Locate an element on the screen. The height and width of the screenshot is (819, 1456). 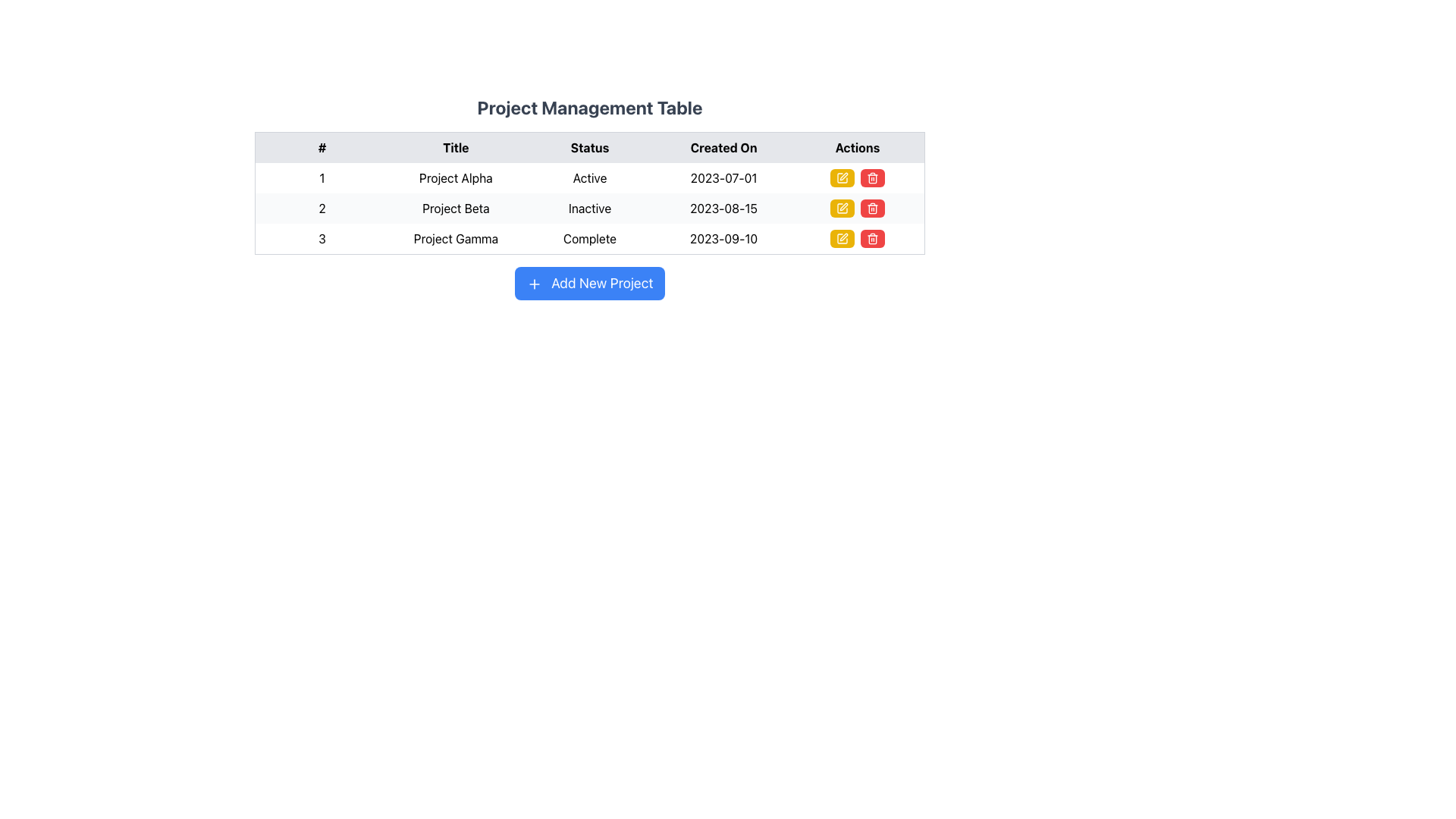
the left yellow edit button in the action buttons group located in the 'Actions' column of the first row under the 'Project Management Table' for 'Project Alpha' is located at coordinates (857, 177).